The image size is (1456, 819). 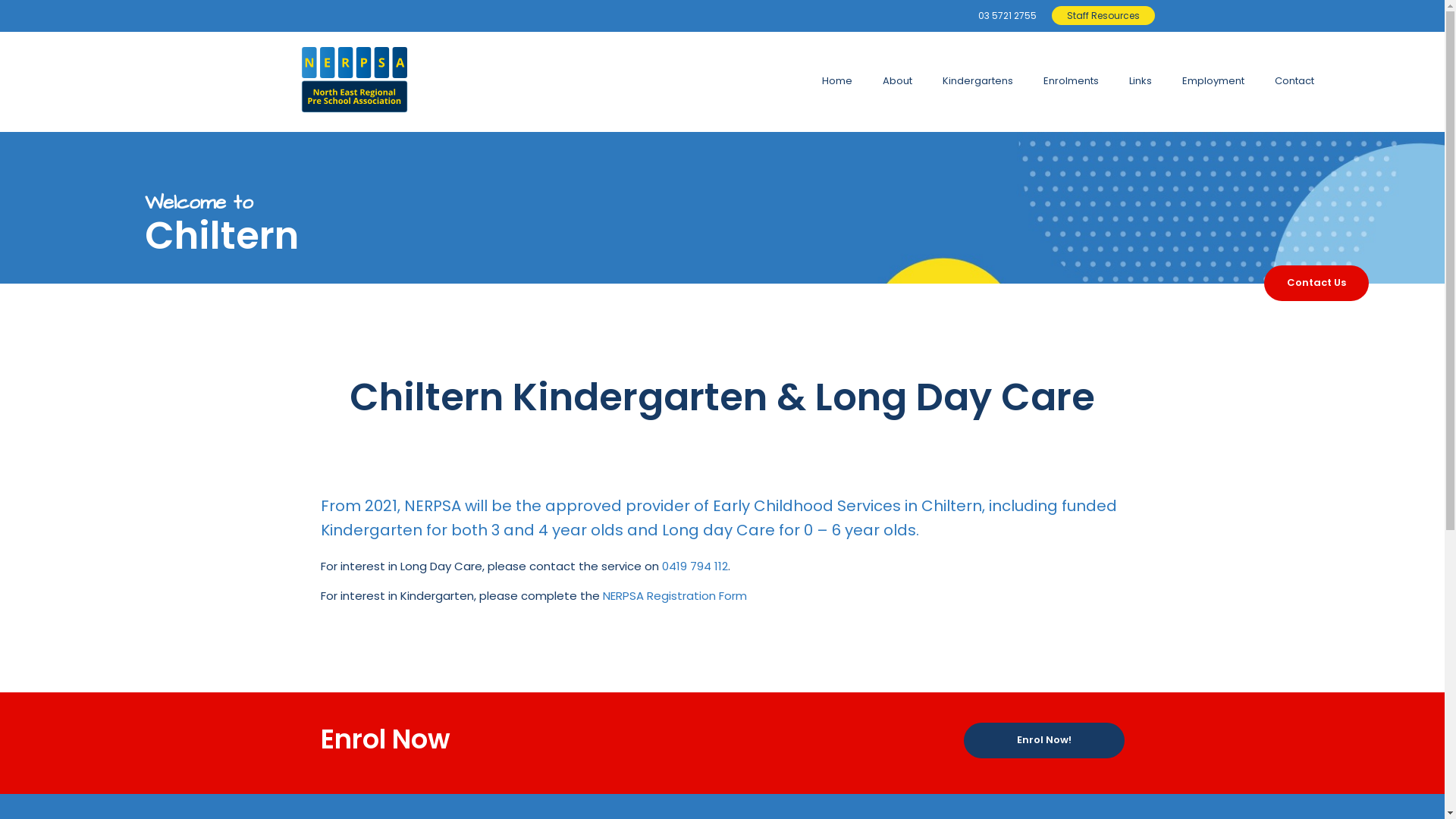 I want to click on 'NERPSA Registration Form', so click(x=601, y=595).